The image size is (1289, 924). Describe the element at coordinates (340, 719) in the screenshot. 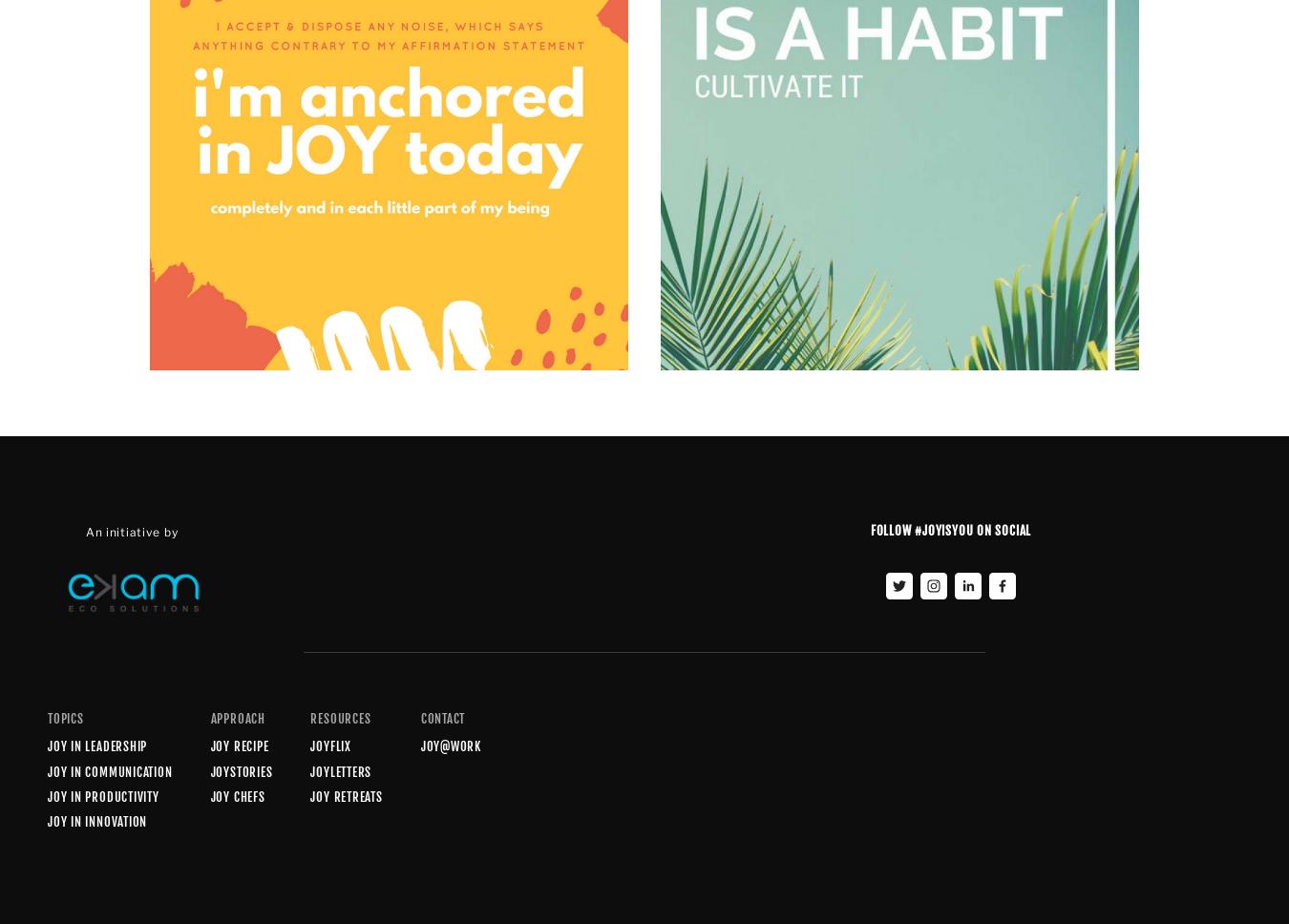

I see `'Resources'` at that location.